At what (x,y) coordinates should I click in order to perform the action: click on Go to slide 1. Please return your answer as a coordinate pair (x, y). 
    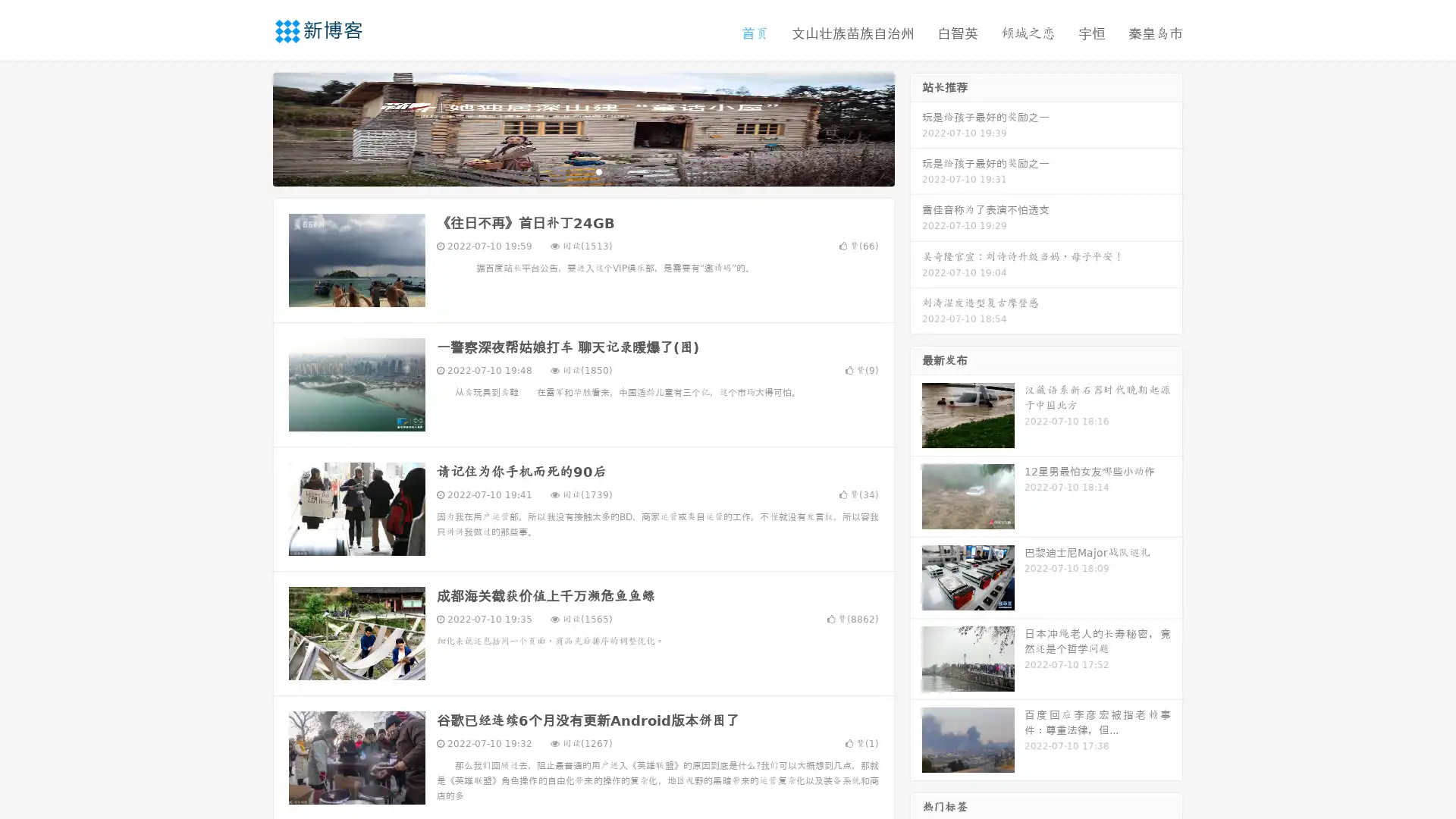
    Looking at the image, I should click on (567, 171).